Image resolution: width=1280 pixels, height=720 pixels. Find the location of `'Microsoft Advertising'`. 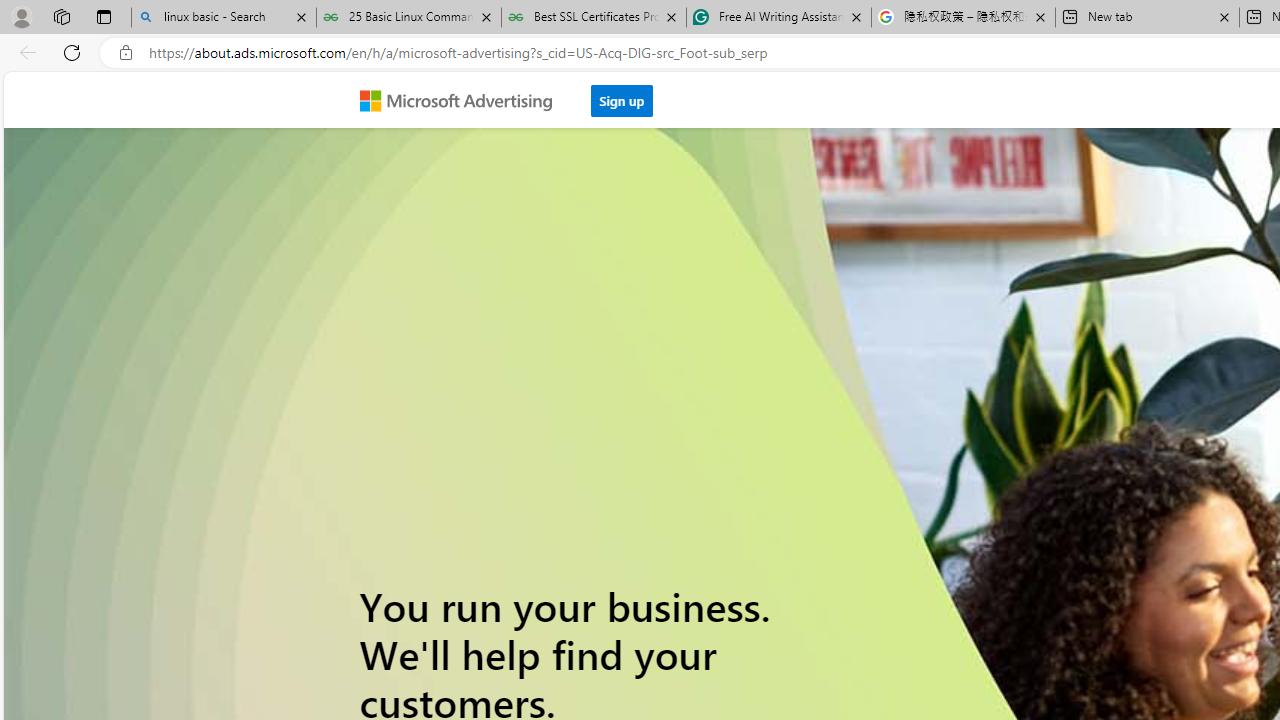

'Microsoft Advertising' is located at coordinates (463, 99).